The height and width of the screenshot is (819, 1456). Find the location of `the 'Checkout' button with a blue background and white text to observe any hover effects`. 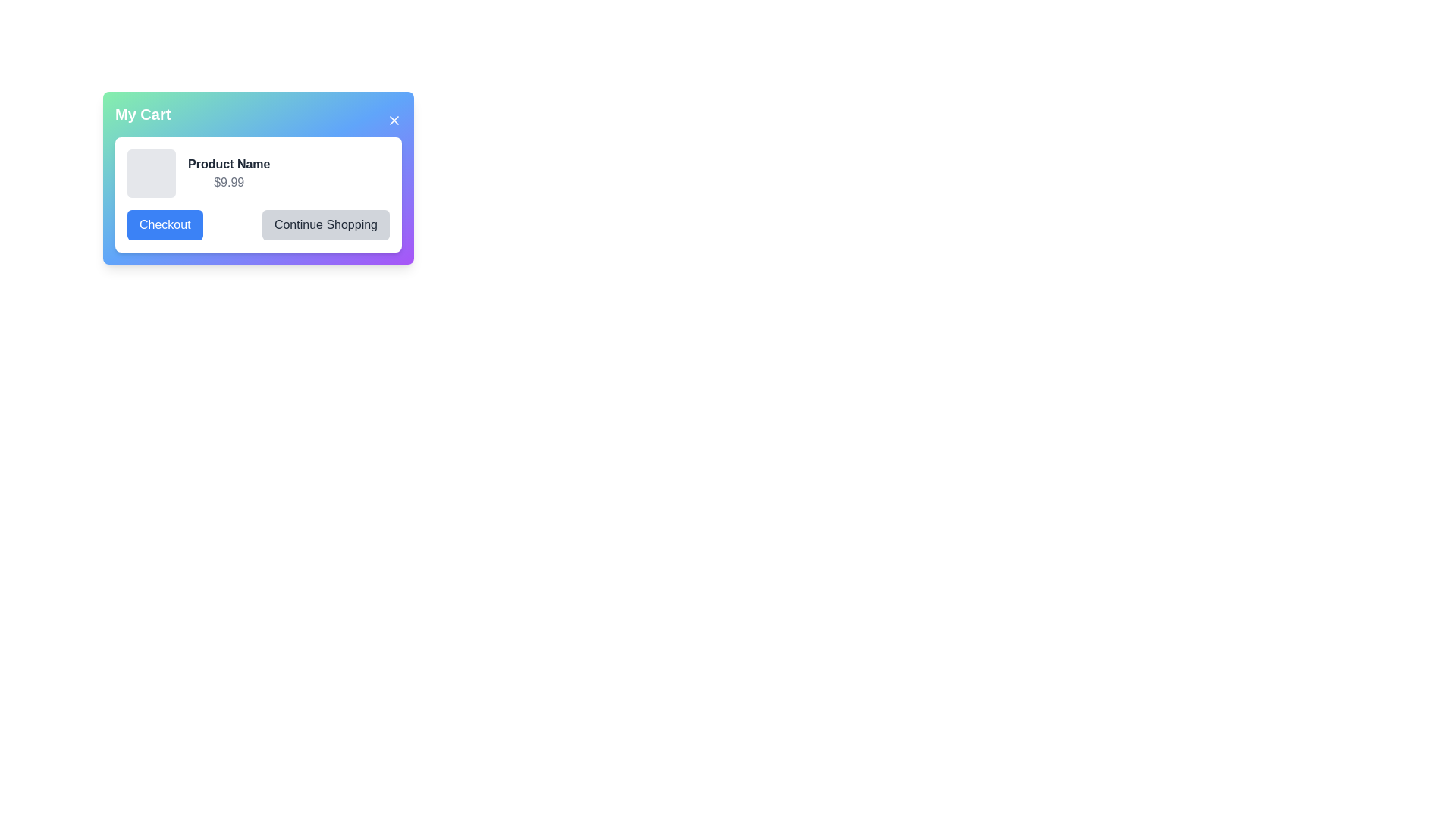

the 'Checkout' button with a blue background and white text to observe any hover effects is located at coordinates (165, 225).